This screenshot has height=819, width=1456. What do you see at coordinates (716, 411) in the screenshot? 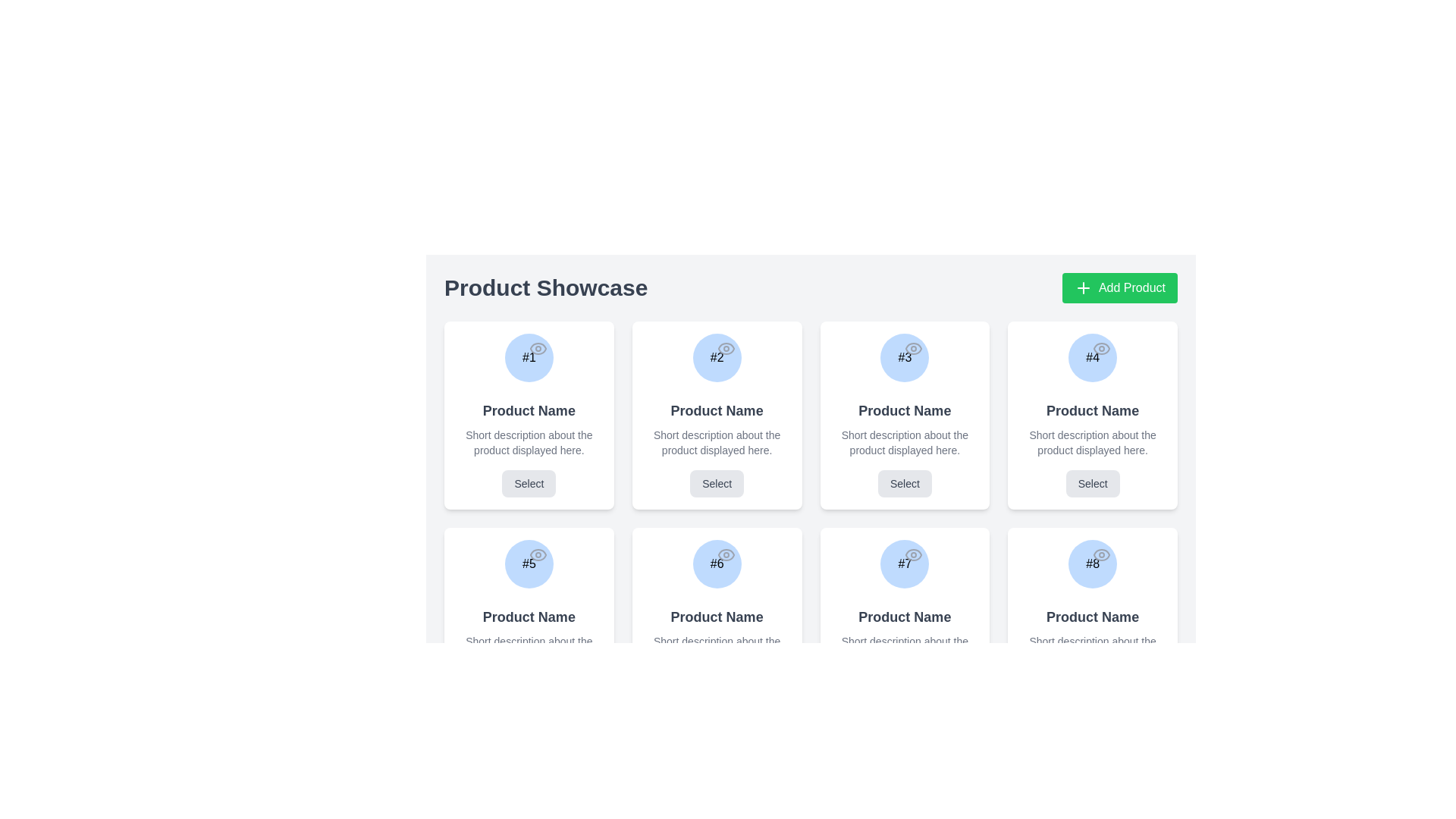
I see `text label 'Product Name' which is a bold text styled with a large font size and positioned in the middle section of the second card in the first row of a grid layout` at bounding box center [716, 411].